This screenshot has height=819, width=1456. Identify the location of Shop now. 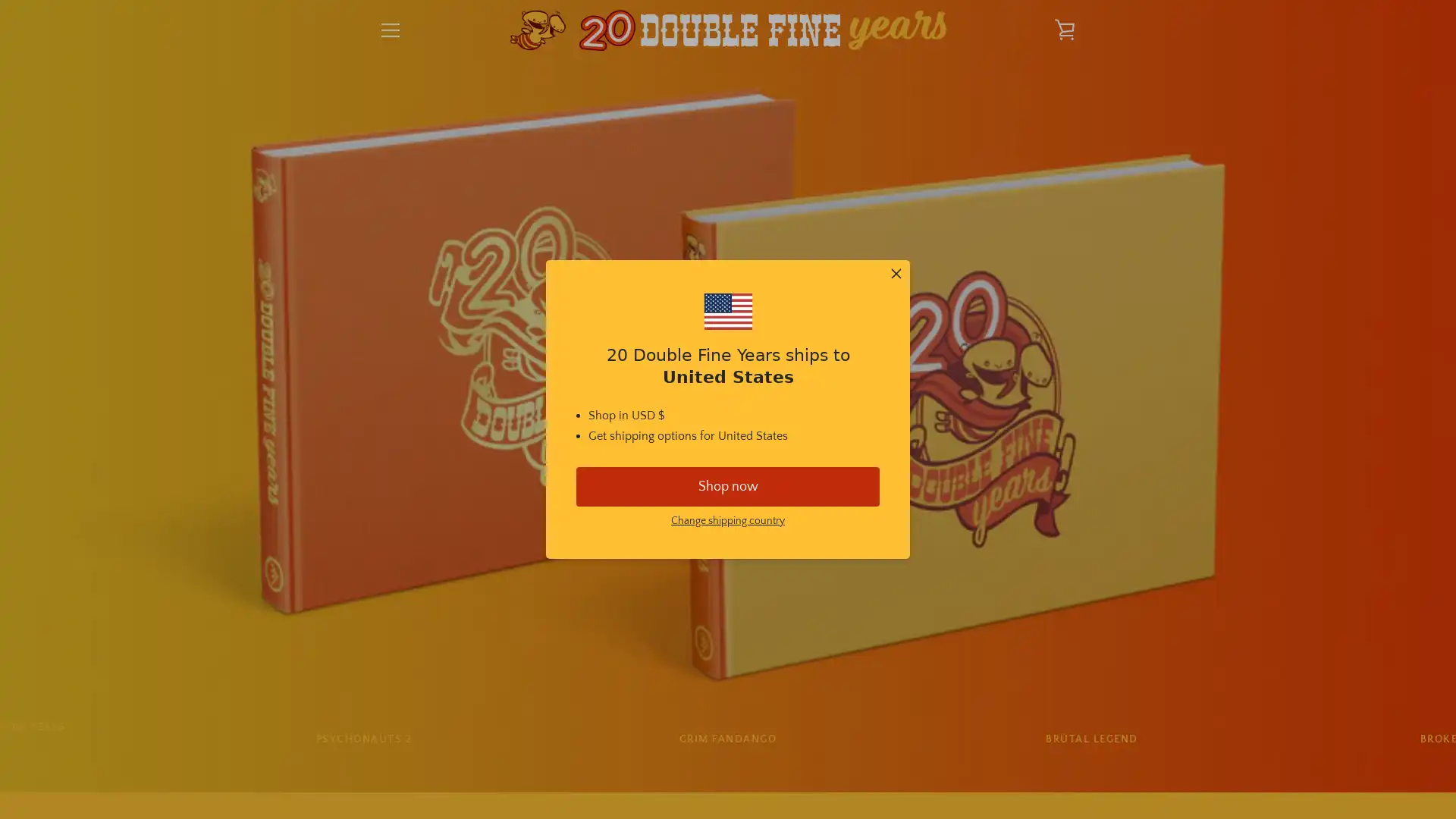
(728, 485).